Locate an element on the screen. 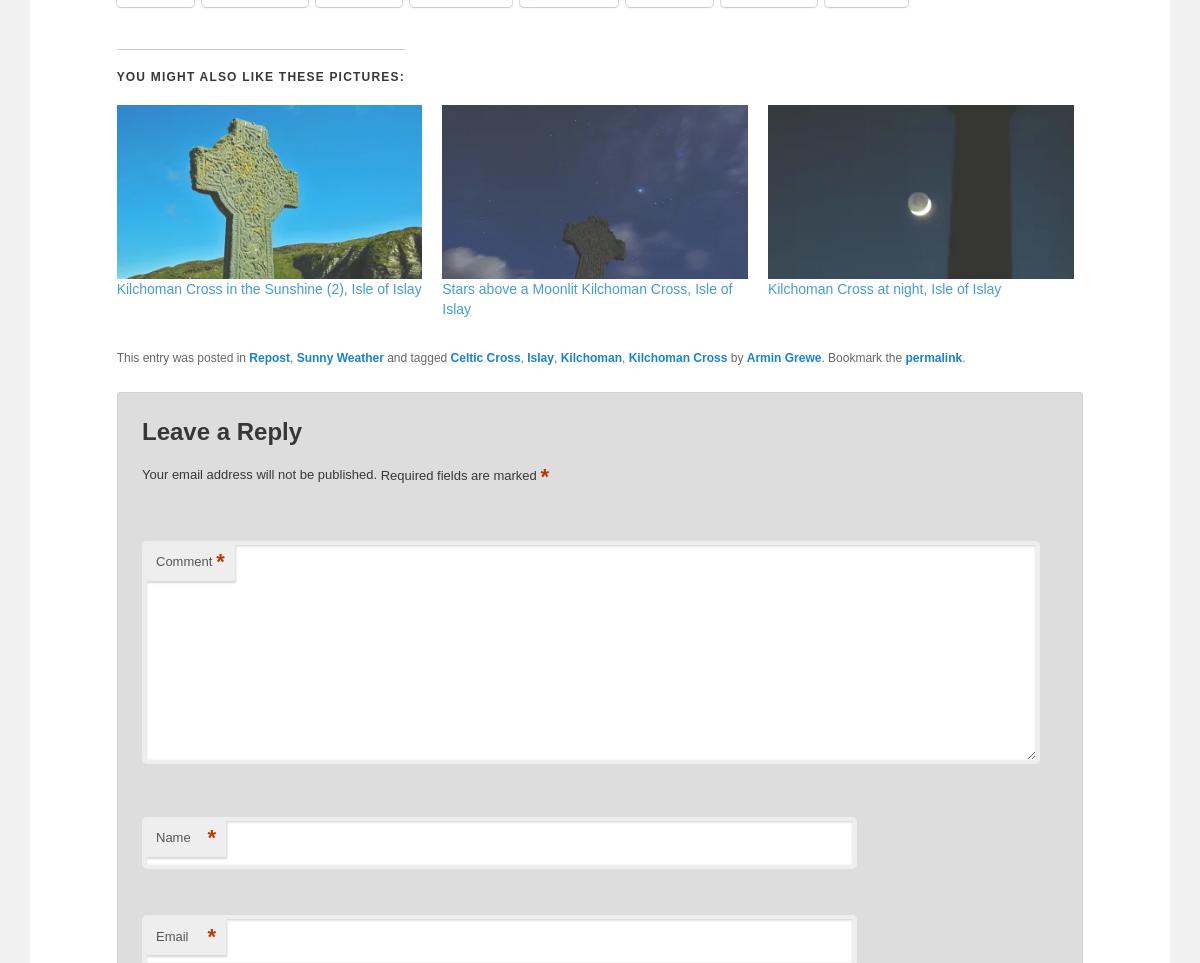 The image size is (1200, 963). 'Leave a Reply' is located at coordinates (221, 431).